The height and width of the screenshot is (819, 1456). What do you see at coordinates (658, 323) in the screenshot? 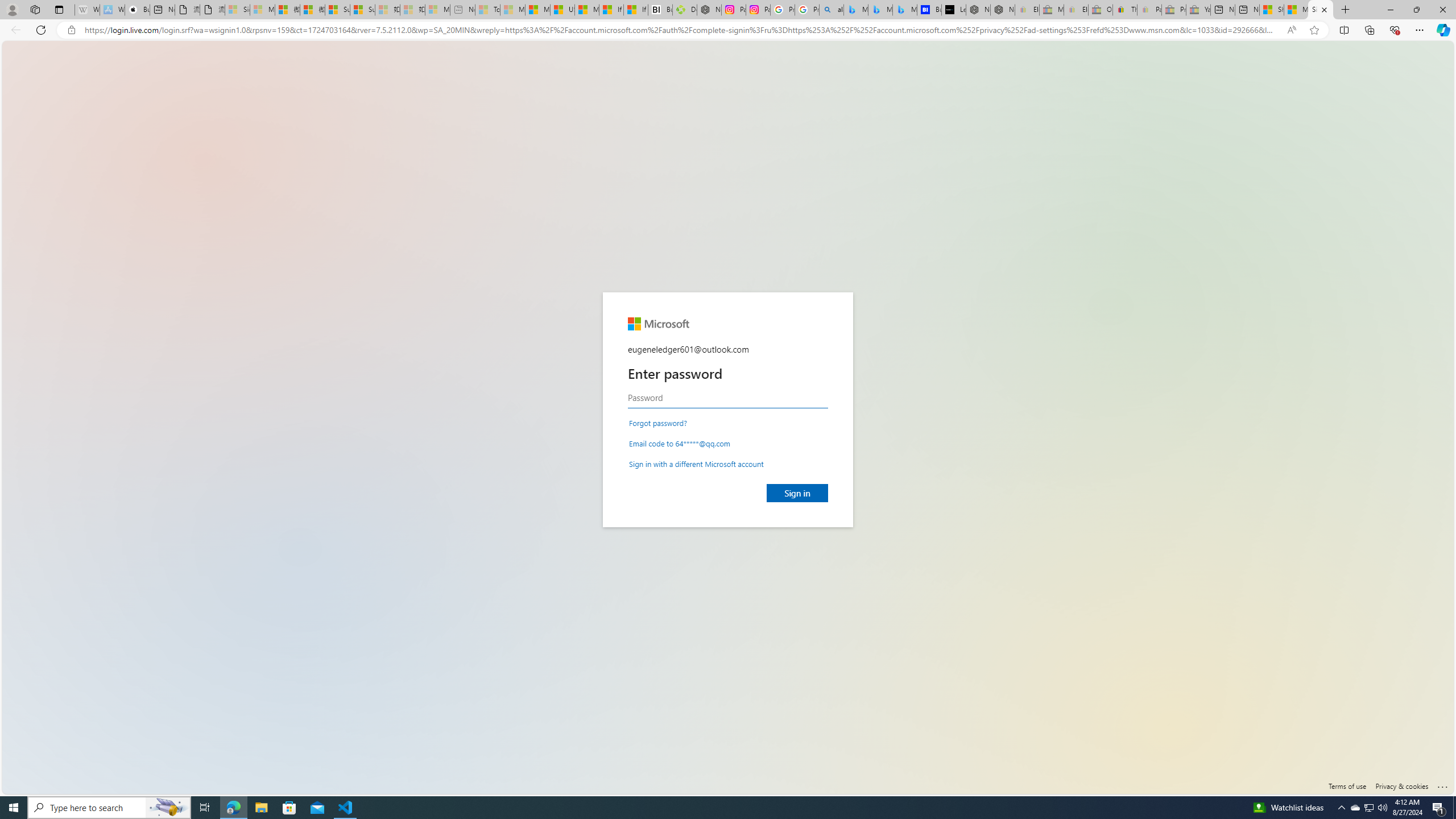
I see `'Microsoft'` at bounding box center [658, 323].